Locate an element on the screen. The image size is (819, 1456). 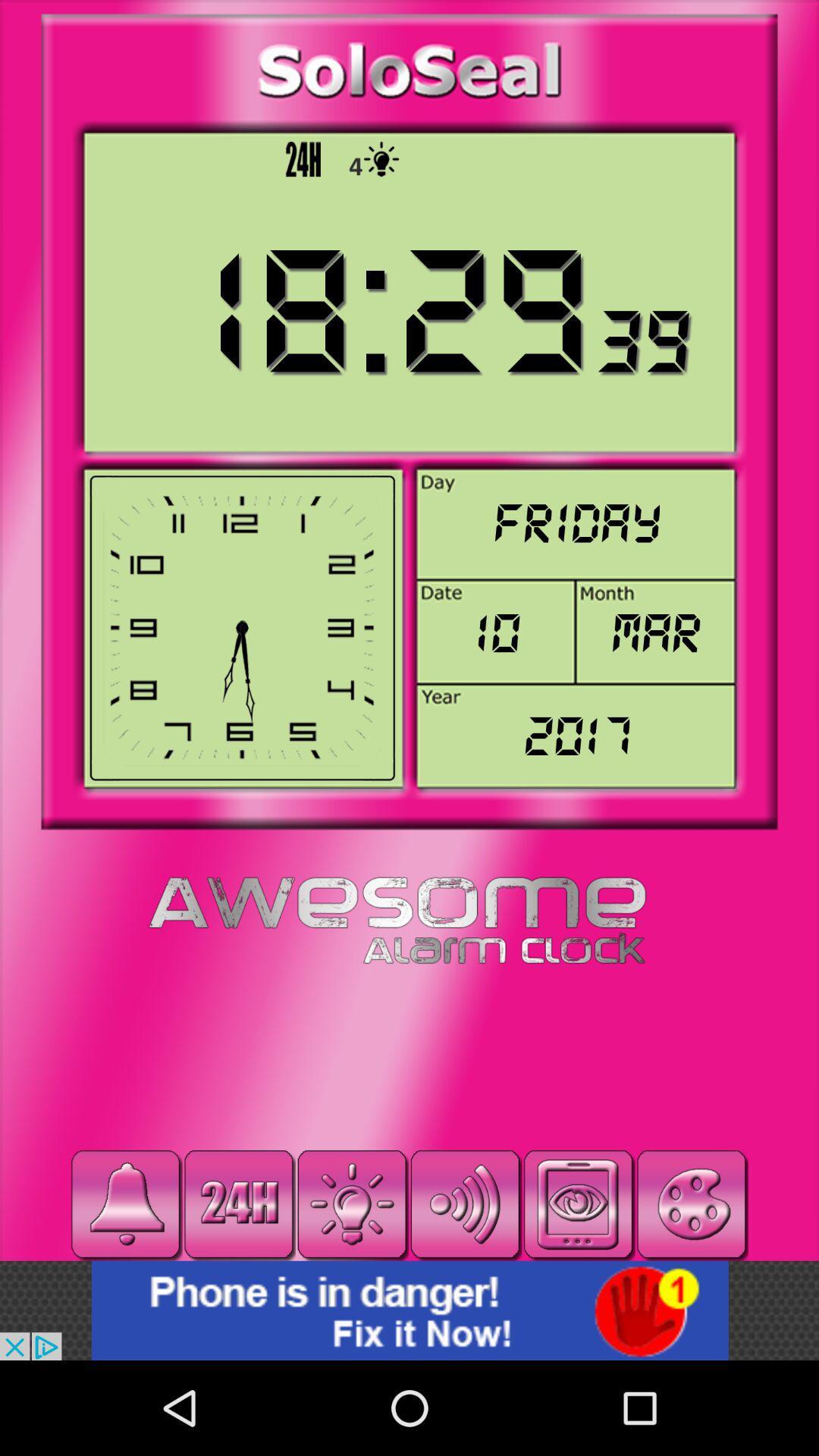
torch light button is located at coordinates (352, 1203).